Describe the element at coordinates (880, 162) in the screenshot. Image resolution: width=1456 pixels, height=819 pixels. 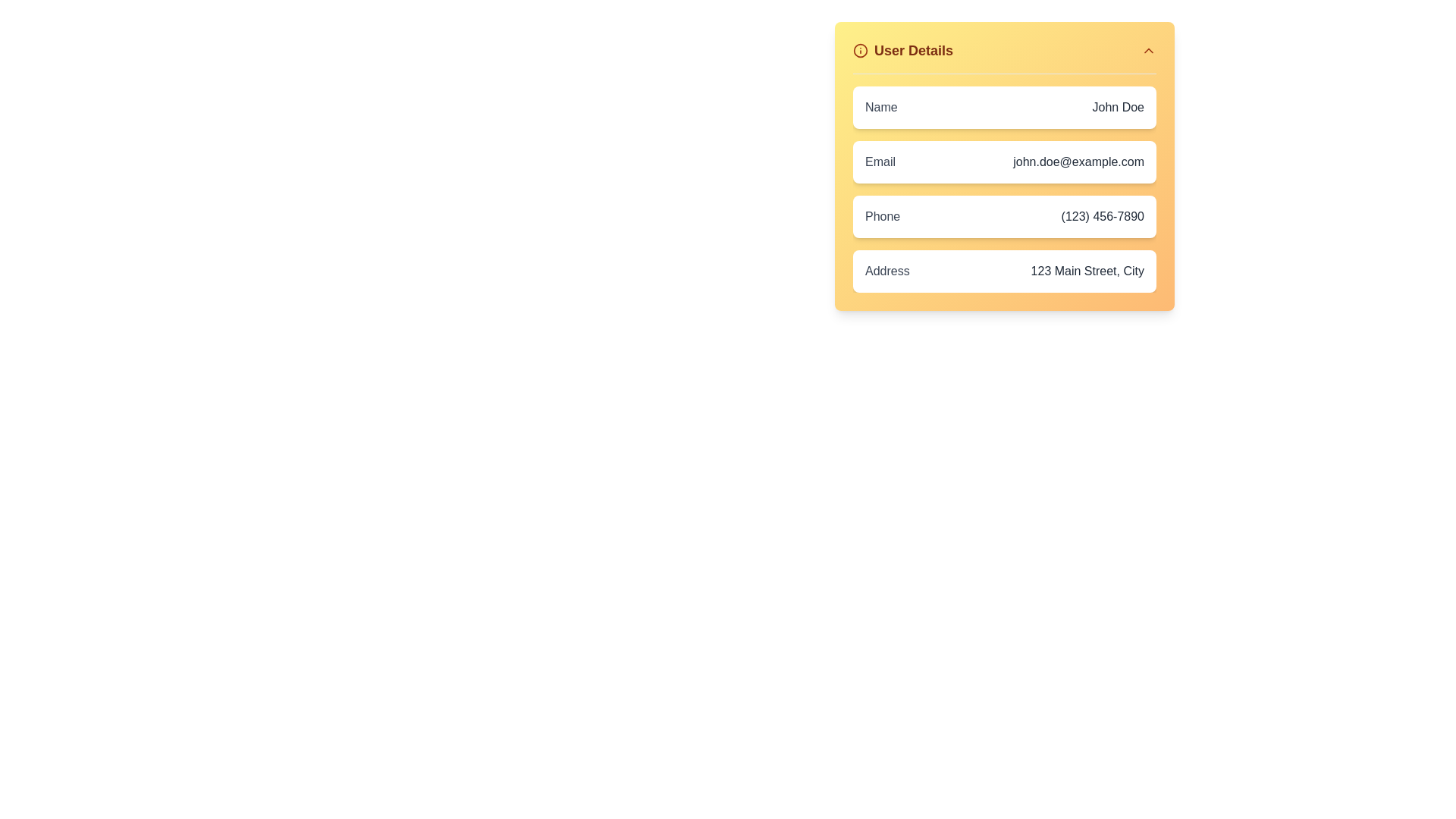
I see `the 'Email' text label which displays the word 'Email' in medium font weight and gray color, located within the user details panel, to the left of the email address 'john.doe@example.com'` at that location.